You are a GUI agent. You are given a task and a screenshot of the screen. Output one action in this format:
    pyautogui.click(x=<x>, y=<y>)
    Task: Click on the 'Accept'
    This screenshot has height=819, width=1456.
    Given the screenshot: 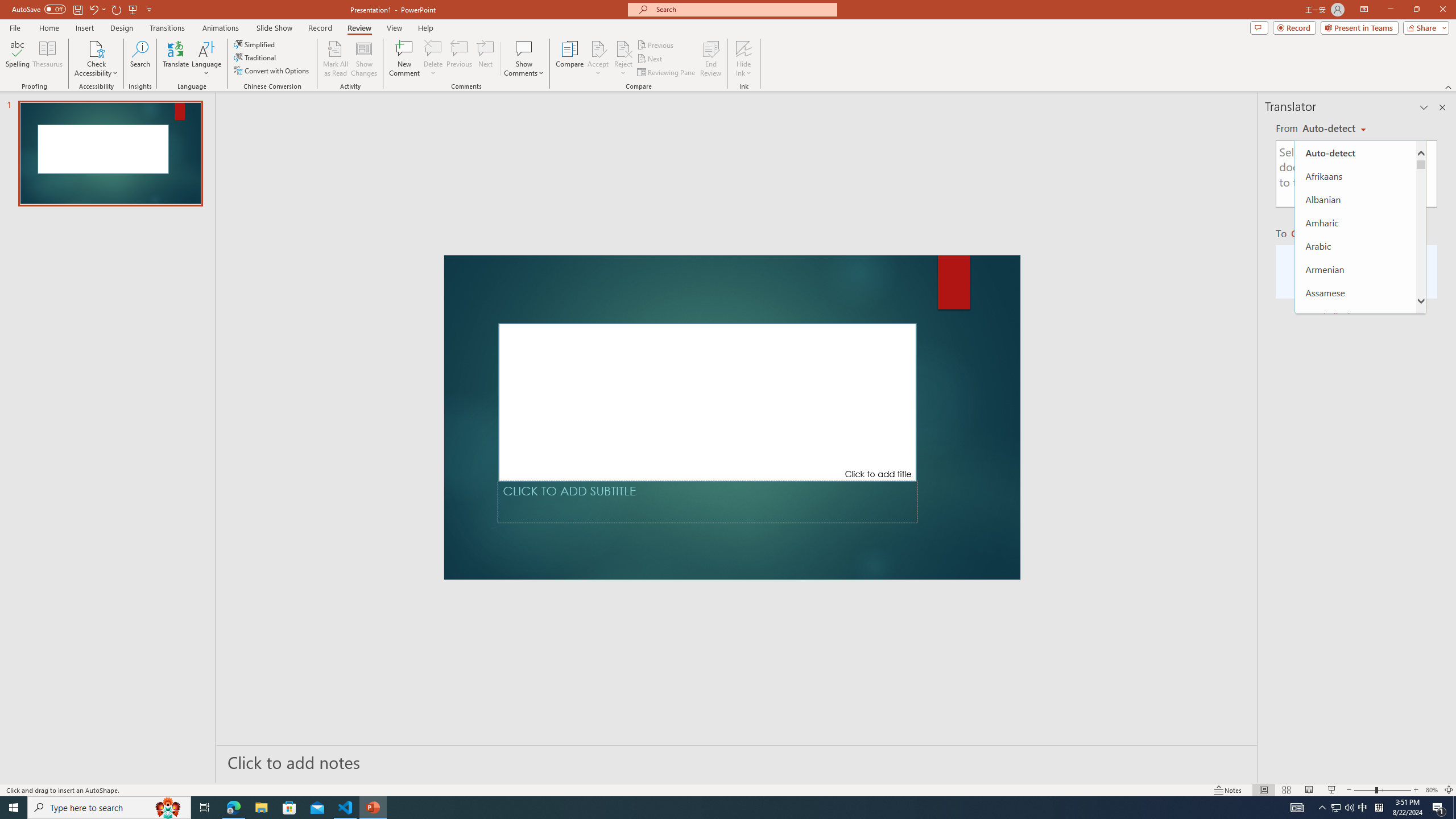 What is the action you would take?
    pyautogui.click(x=598, y=59)
    